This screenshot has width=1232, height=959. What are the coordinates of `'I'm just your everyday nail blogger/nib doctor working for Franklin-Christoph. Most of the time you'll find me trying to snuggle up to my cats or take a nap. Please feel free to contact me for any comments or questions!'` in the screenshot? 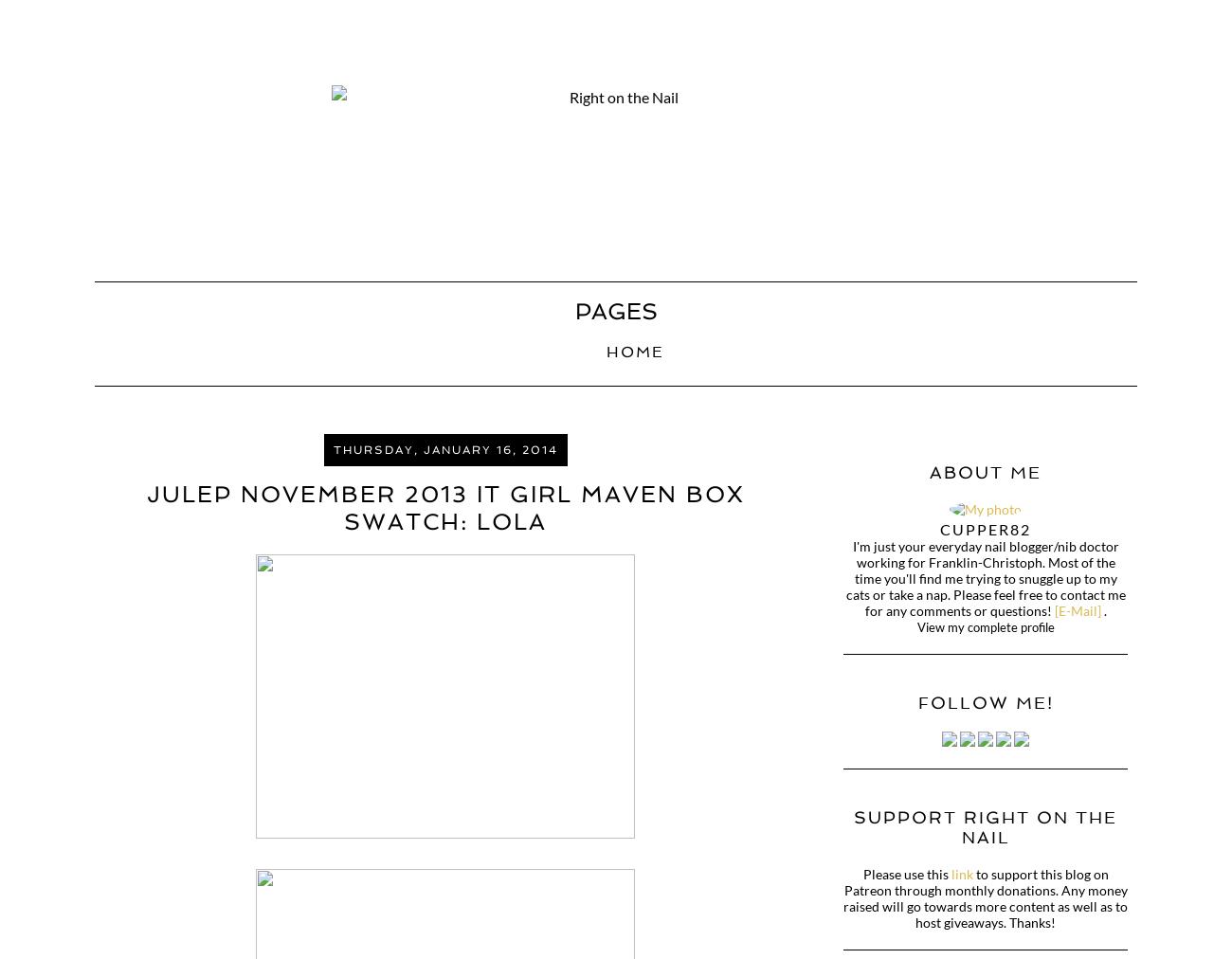 It's located at (985, 577).